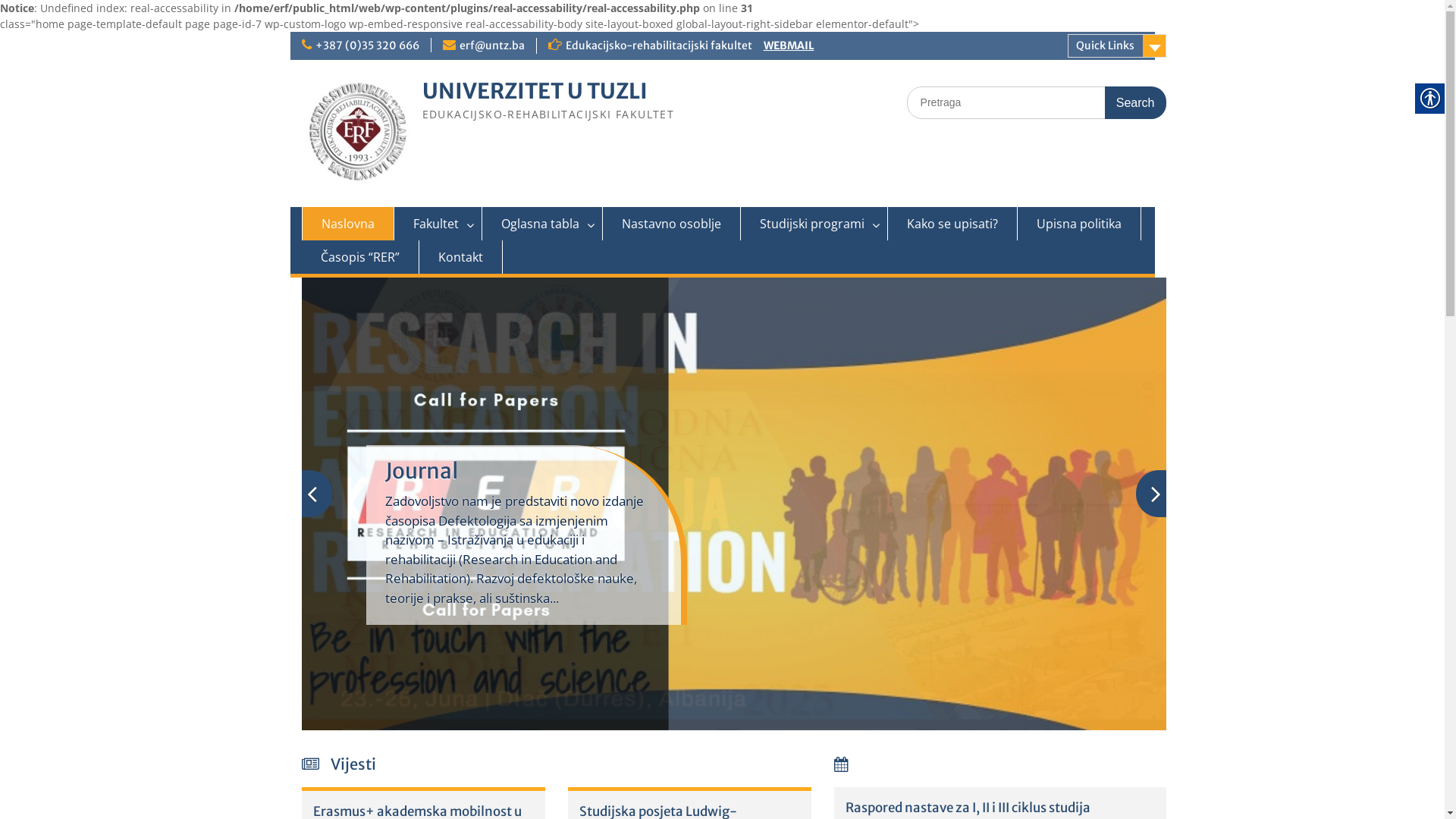  What do you see at coordinates (1018, 223) in the screenshot?
I see `'Upisna politika'` at bounding box center [1018, 223].